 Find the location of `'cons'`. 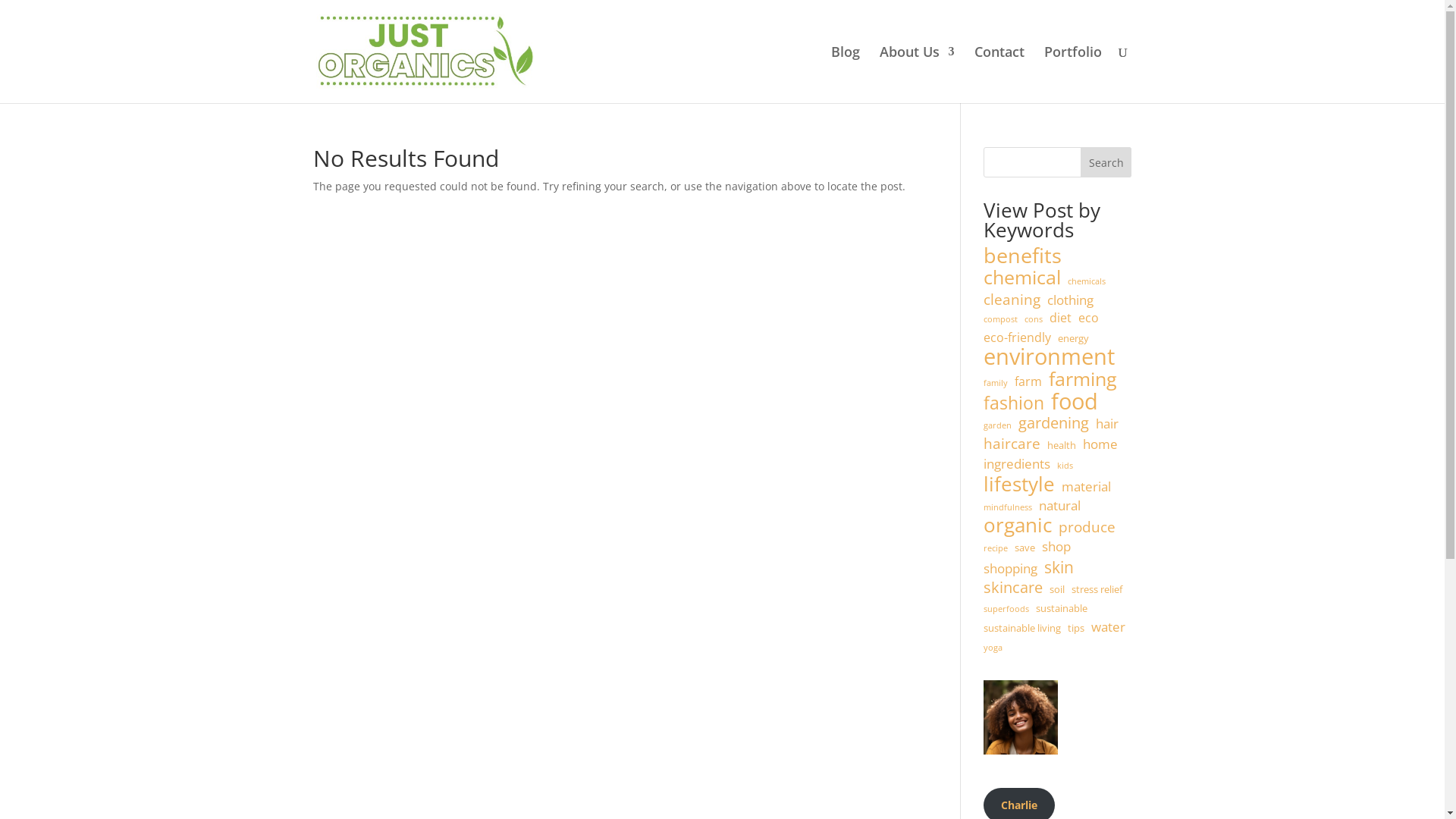

'cons' is located at coordinates (1033, 318).